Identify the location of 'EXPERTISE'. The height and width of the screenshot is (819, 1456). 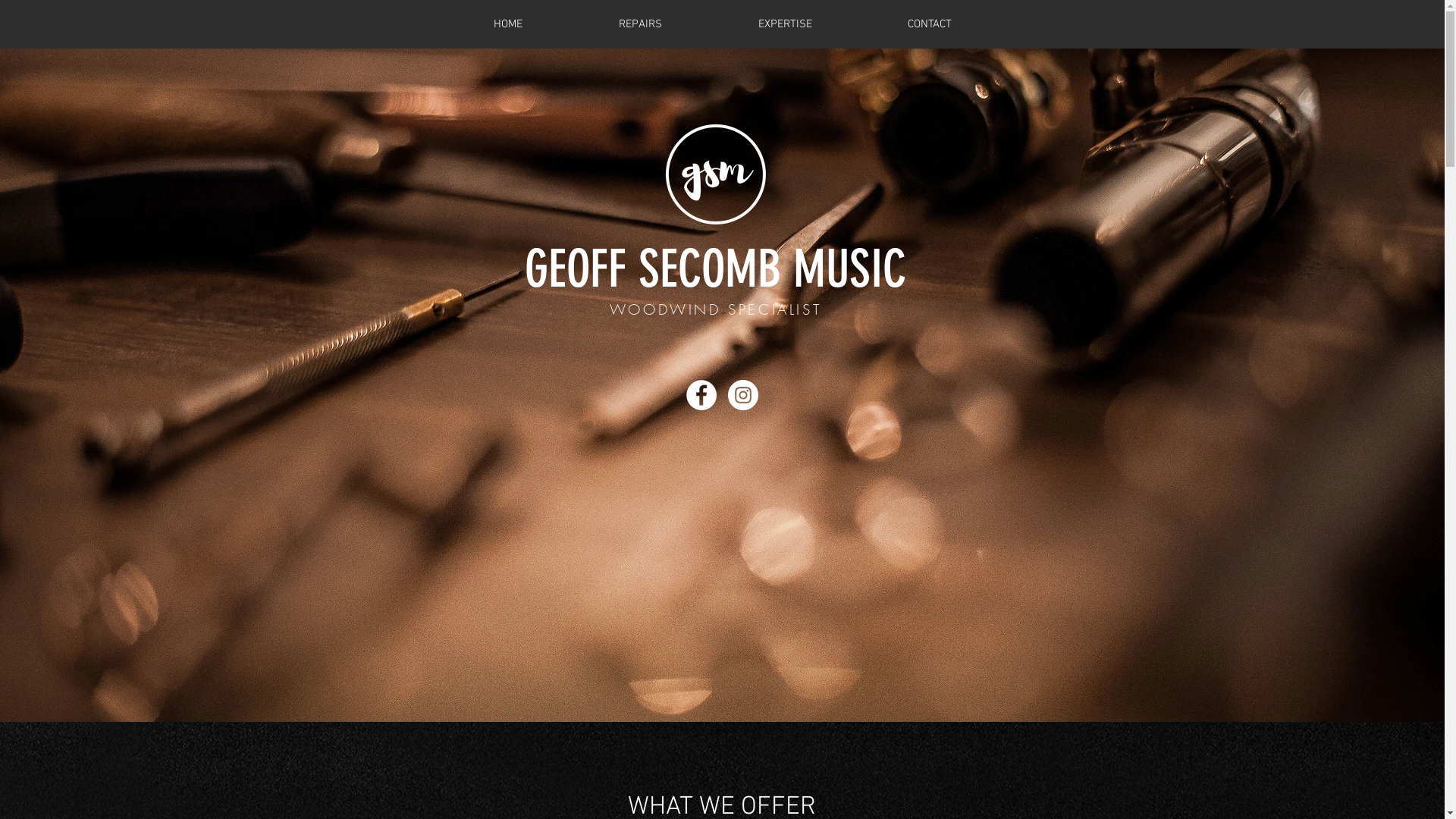
(784, 24).